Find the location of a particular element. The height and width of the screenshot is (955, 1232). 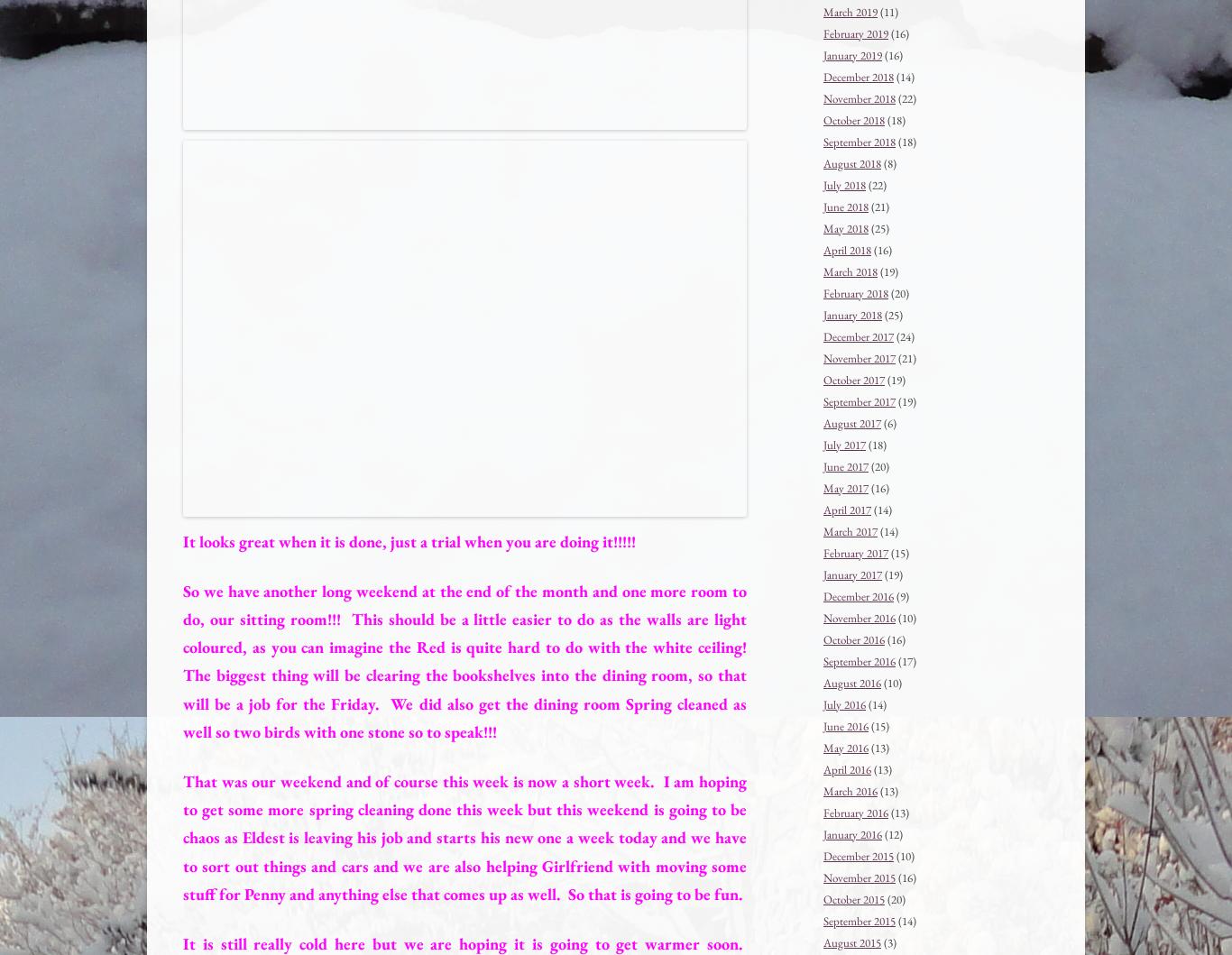

'August 2018' is located at coordinates (823, 161).